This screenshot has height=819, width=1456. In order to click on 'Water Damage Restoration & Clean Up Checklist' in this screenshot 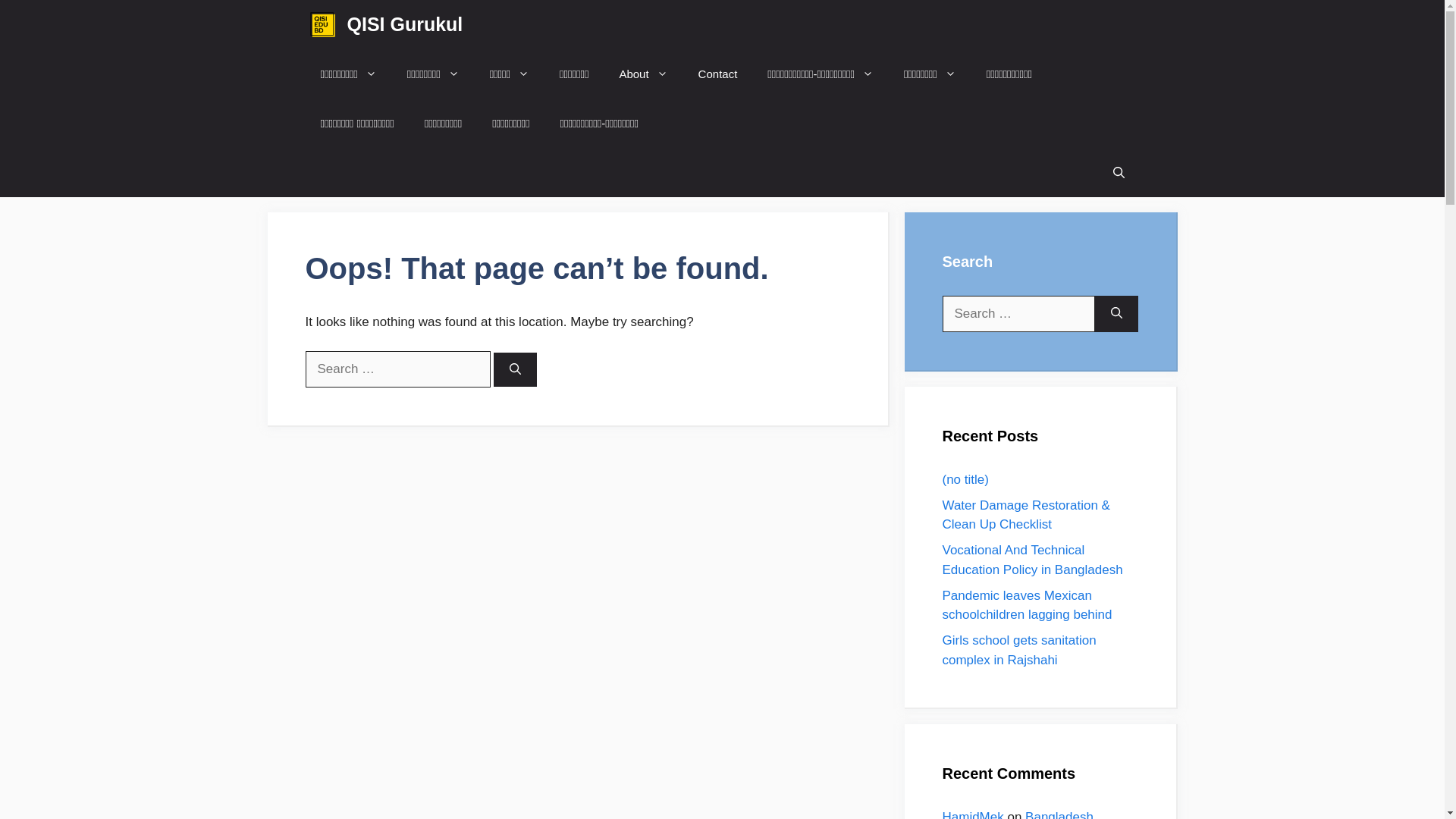, I will do `click(941, 513)`.